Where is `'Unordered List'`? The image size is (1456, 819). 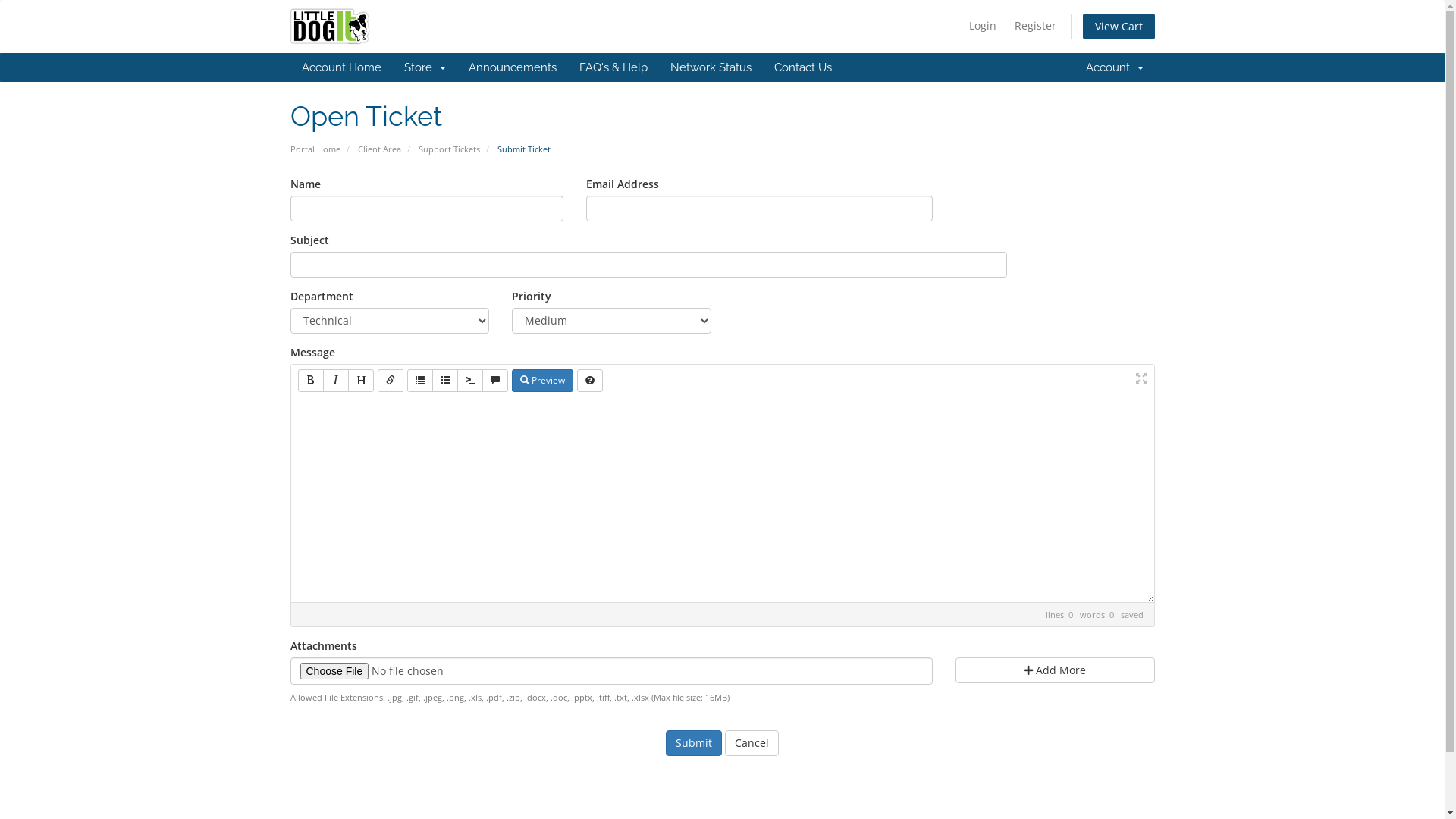 'Unordered List' is located at coordinates (406, 379).